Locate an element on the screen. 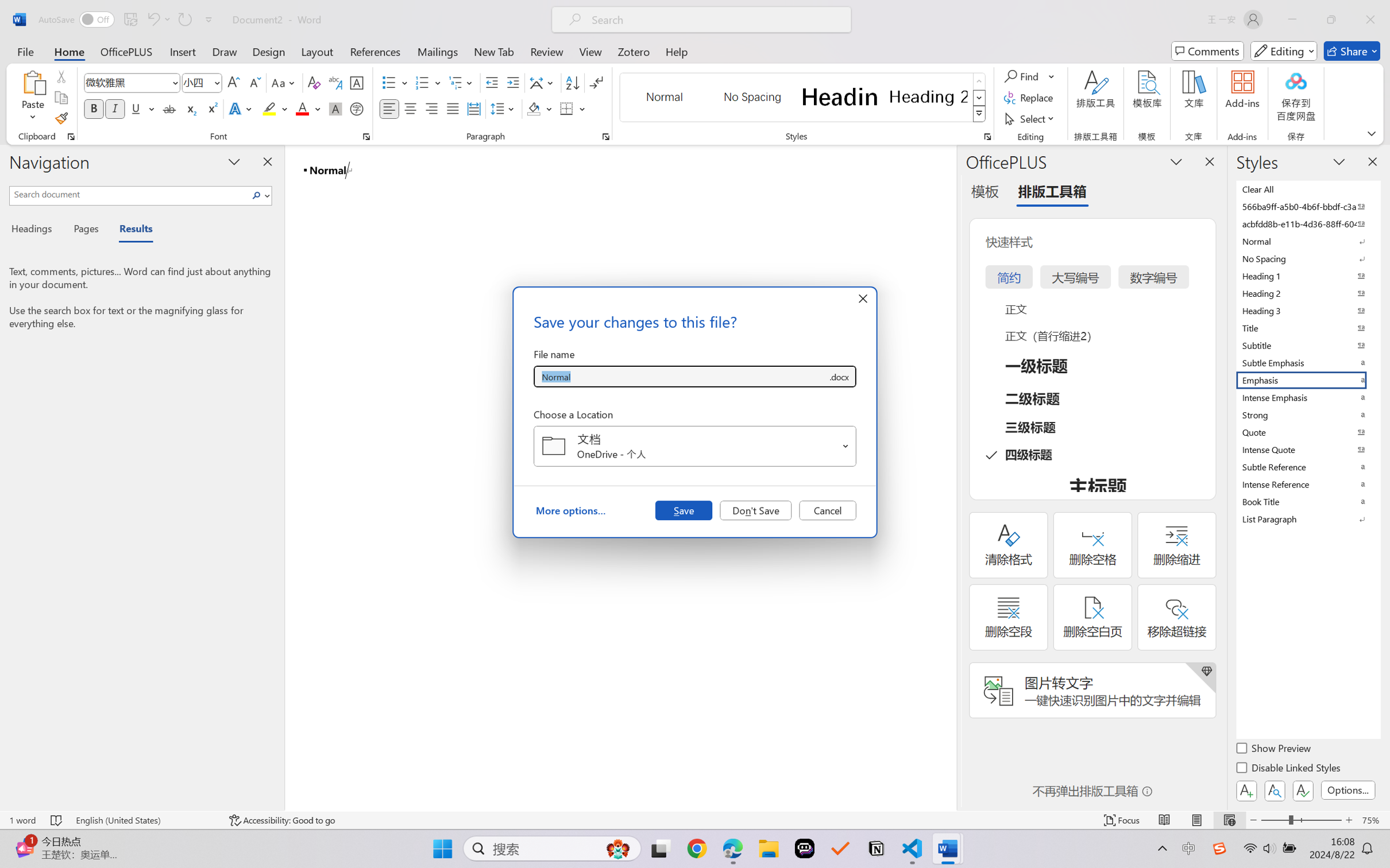  'Align Left' is located at coordinates (389, 108).